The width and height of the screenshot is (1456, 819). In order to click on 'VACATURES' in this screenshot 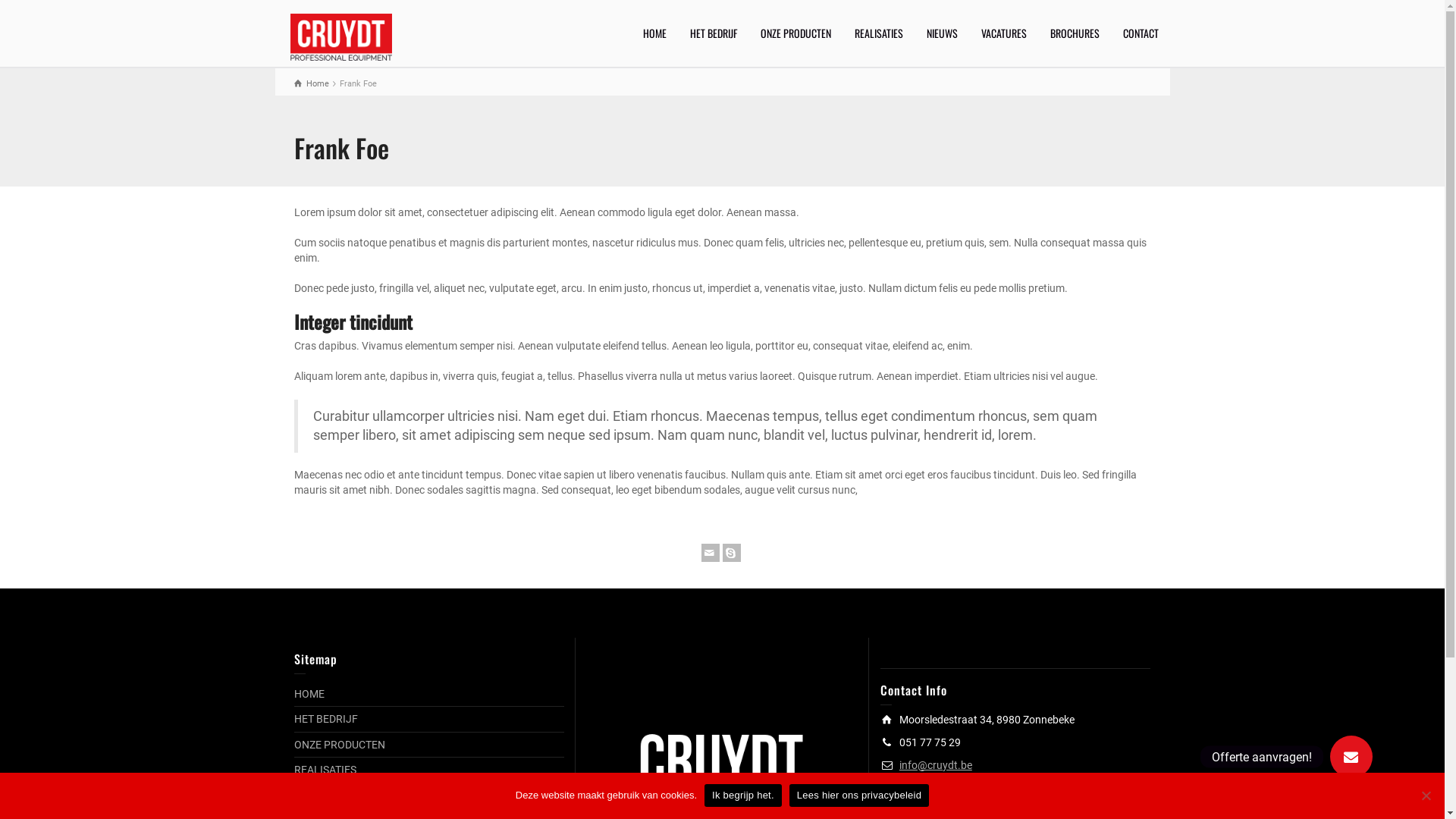, I will do `click(1003, 33)`.